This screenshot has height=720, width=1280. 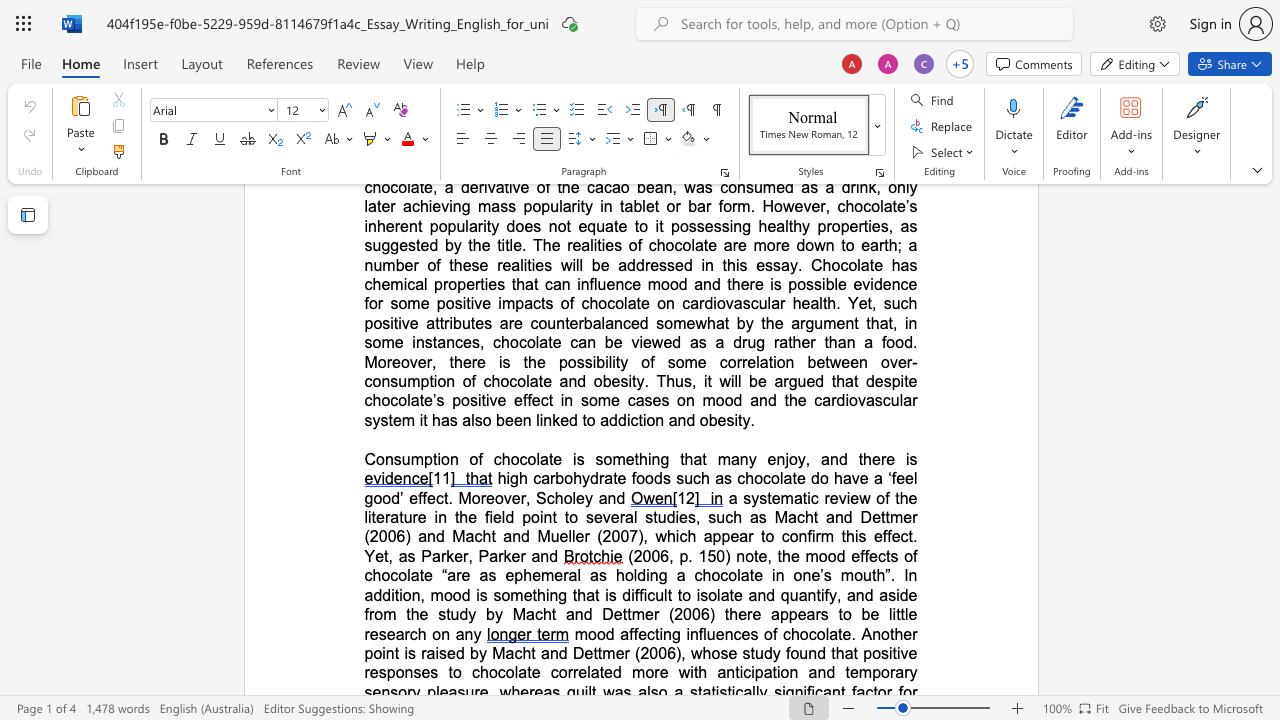 I want to click on the space between the continuous character "t" and "m" in the text, so click(x=891, y=516).